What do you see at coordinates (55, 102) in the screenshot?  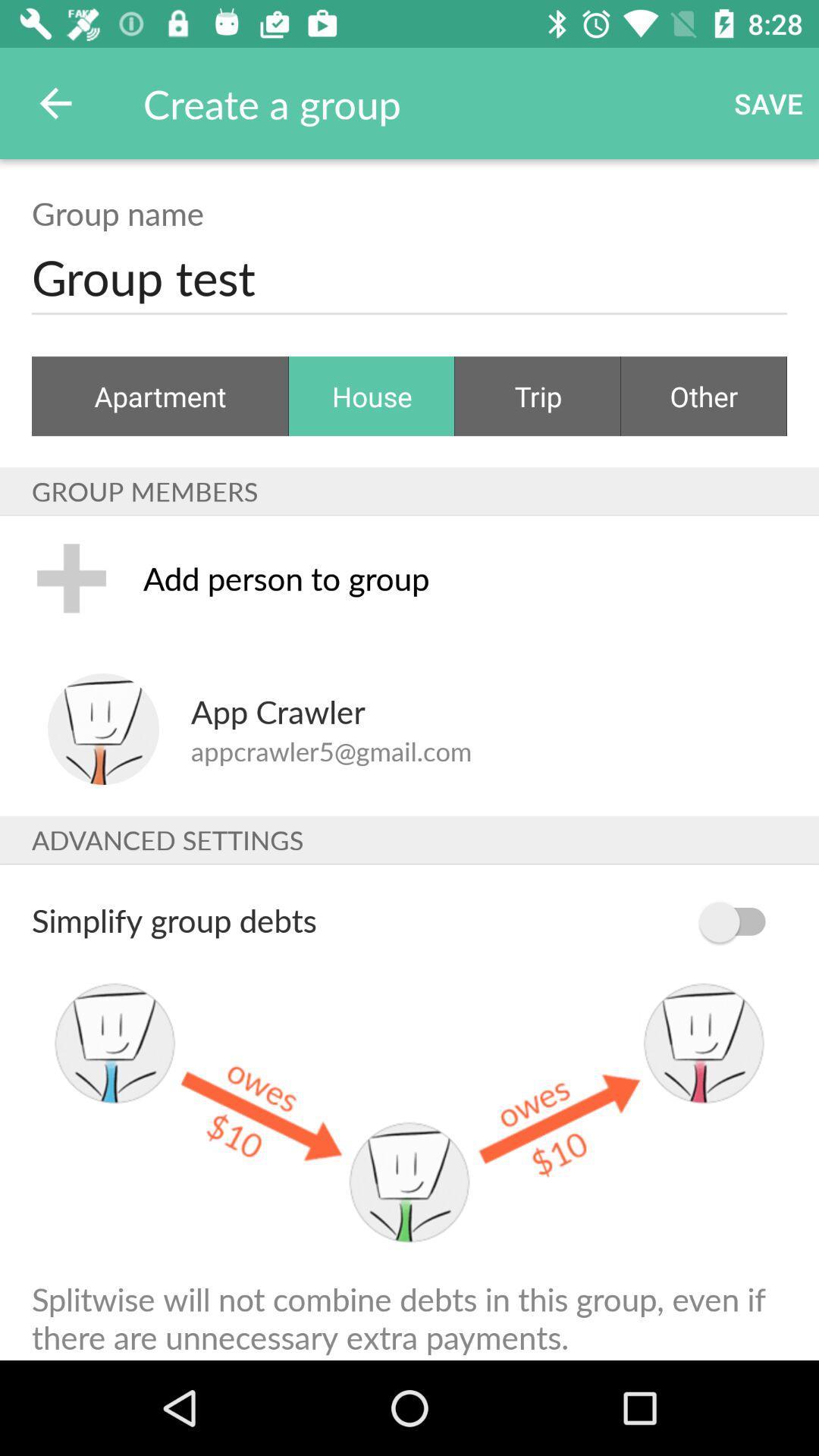 I see `the icon to the left of the create a group` at bounding box center [55, 102].